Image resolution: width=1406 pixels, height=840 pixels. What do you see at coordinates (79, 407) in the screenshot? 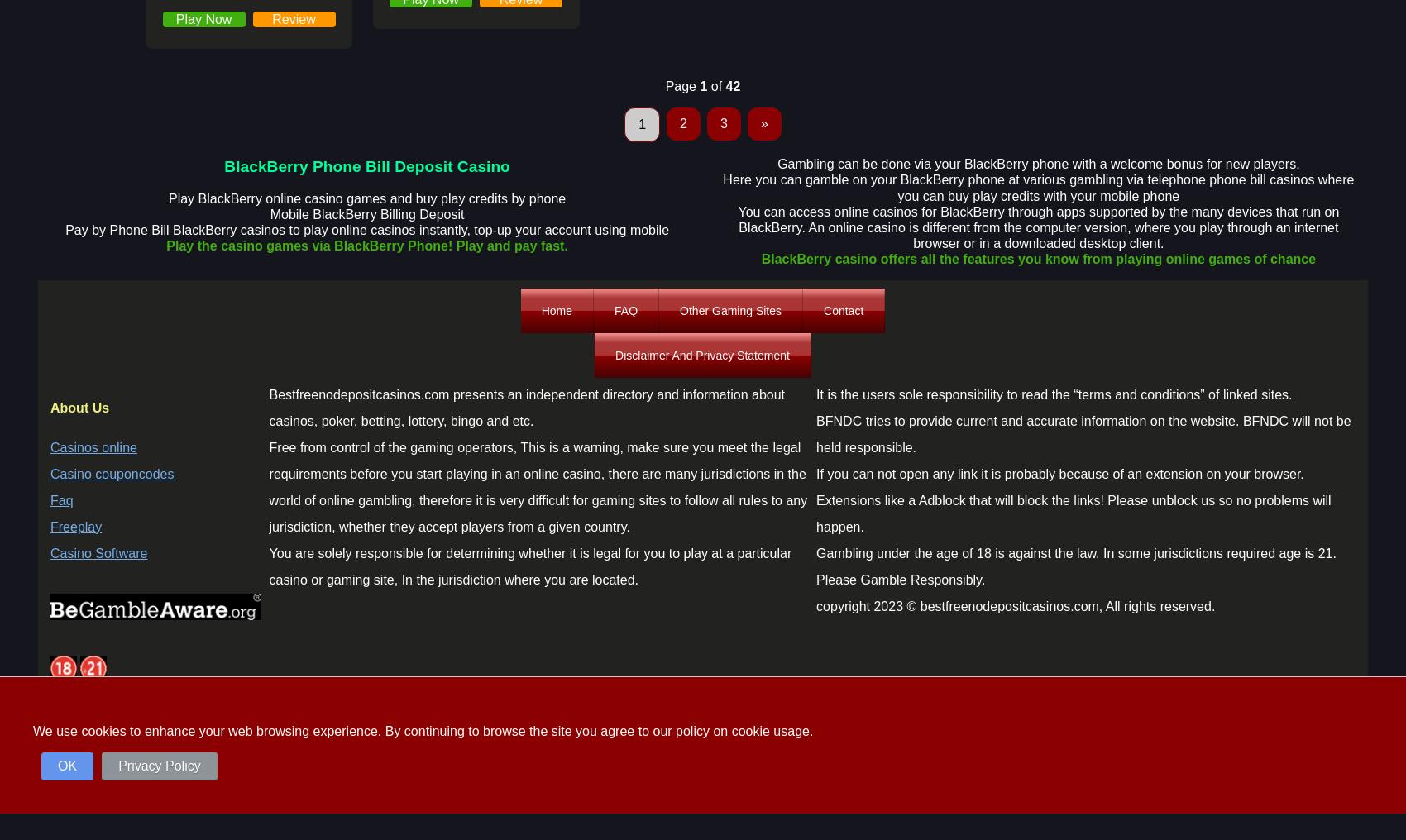
I see `'About Us'` at bounding box center [79, 407].